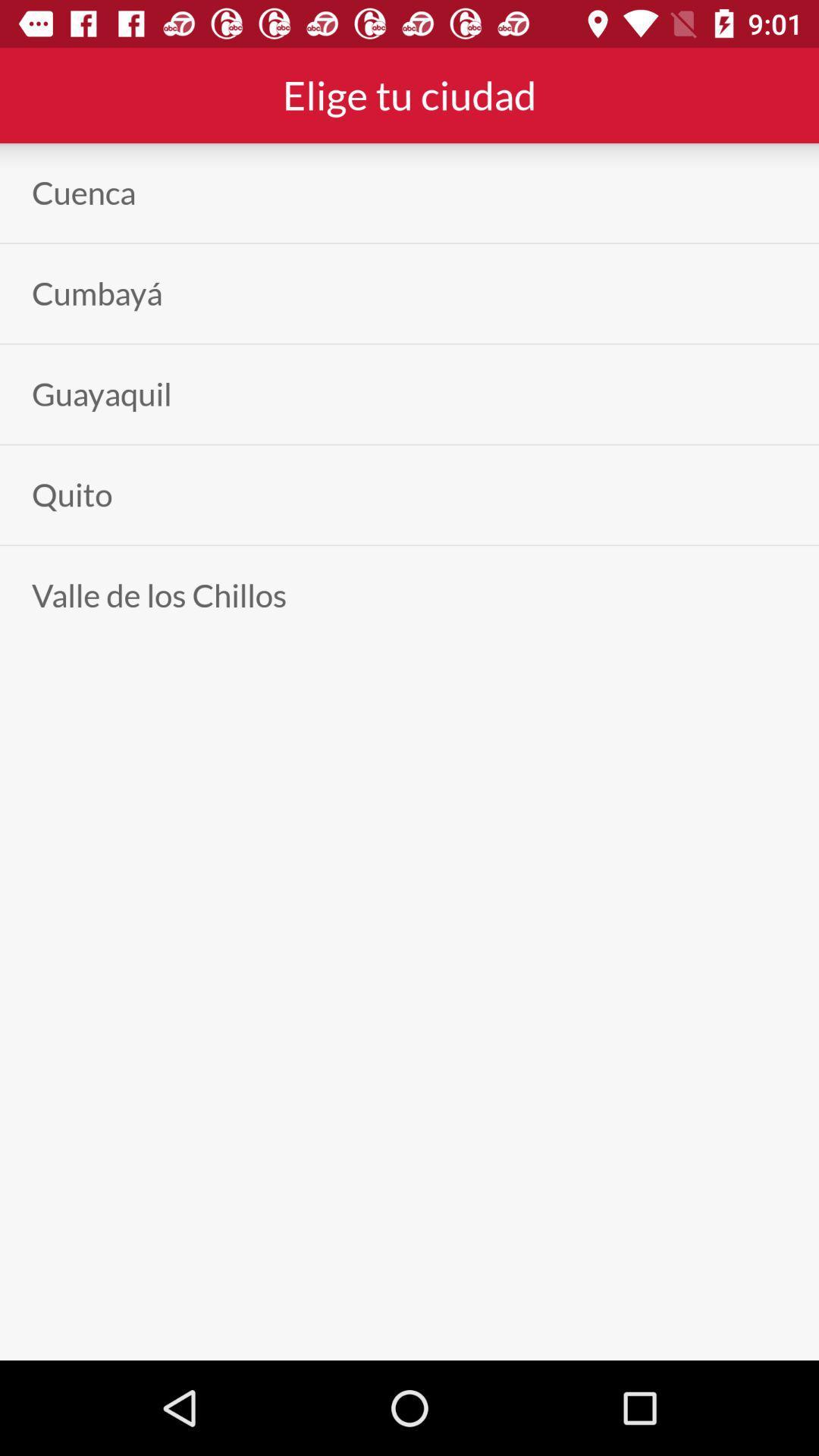 This screenshot has width=819, height=1456. Describe the element at coordinates (83, 192) in the screenshot. I see `the cuenca item` at that location.